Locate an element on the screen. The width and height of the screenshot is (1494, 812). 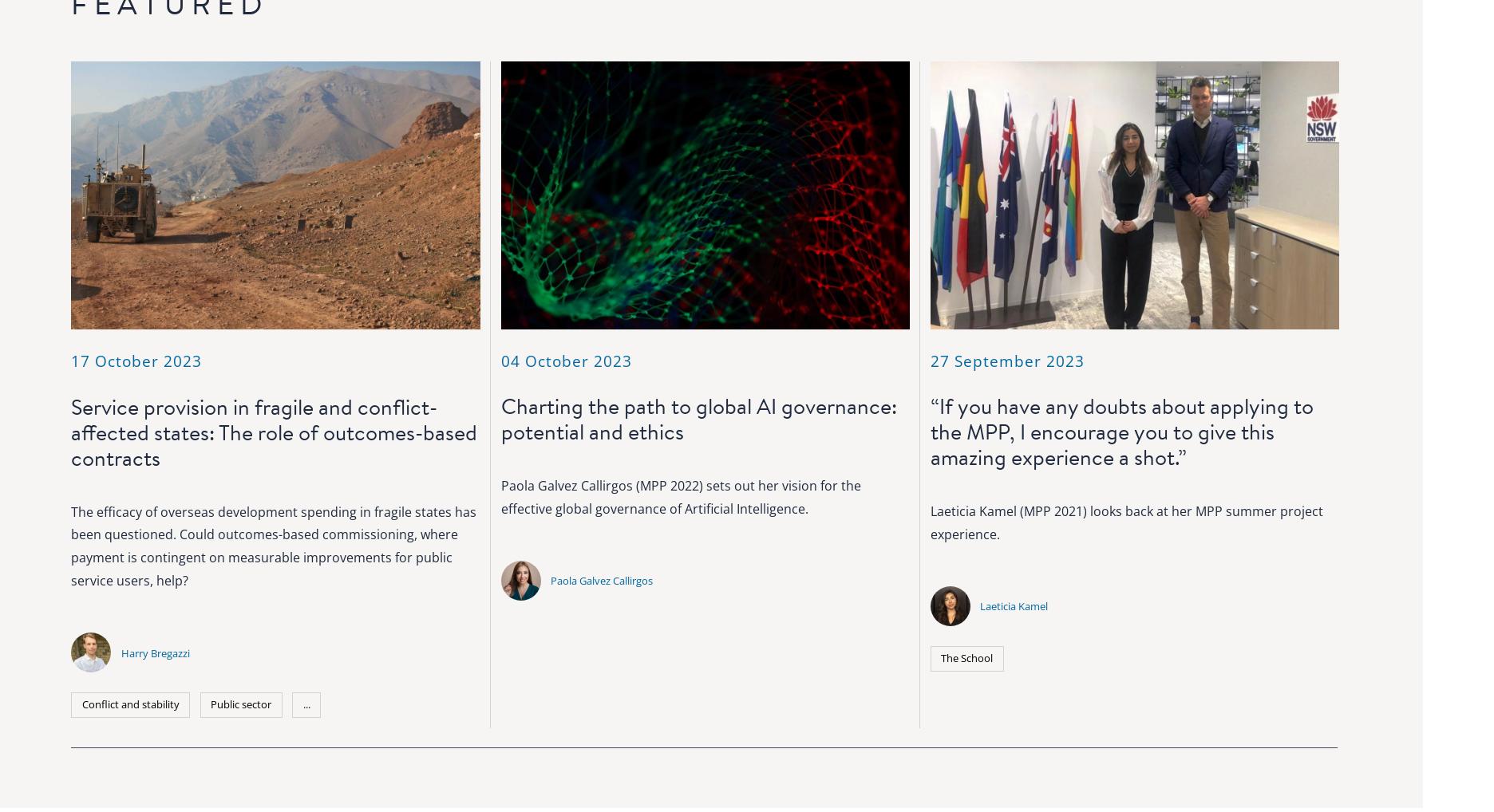
'OX2 6GG' is located at coordinates (97, 605).